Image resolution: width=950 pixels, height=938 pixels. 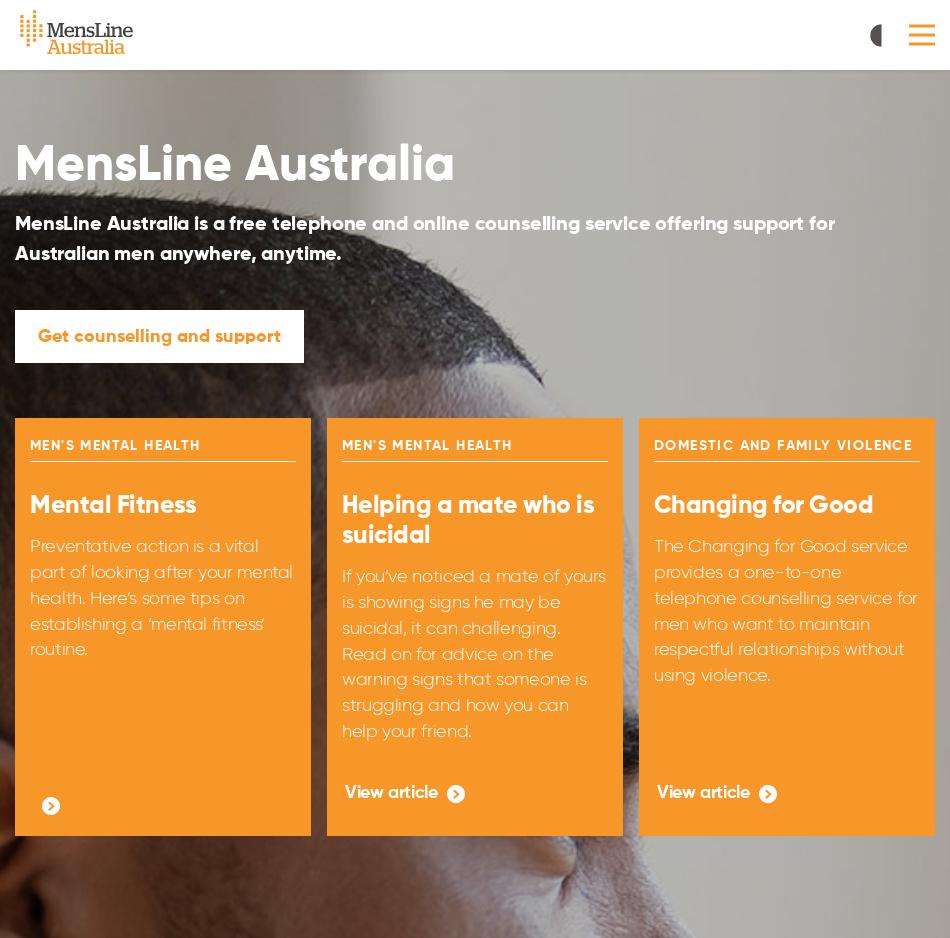 I want to click on 'Dads', so click(x=405, y=123).